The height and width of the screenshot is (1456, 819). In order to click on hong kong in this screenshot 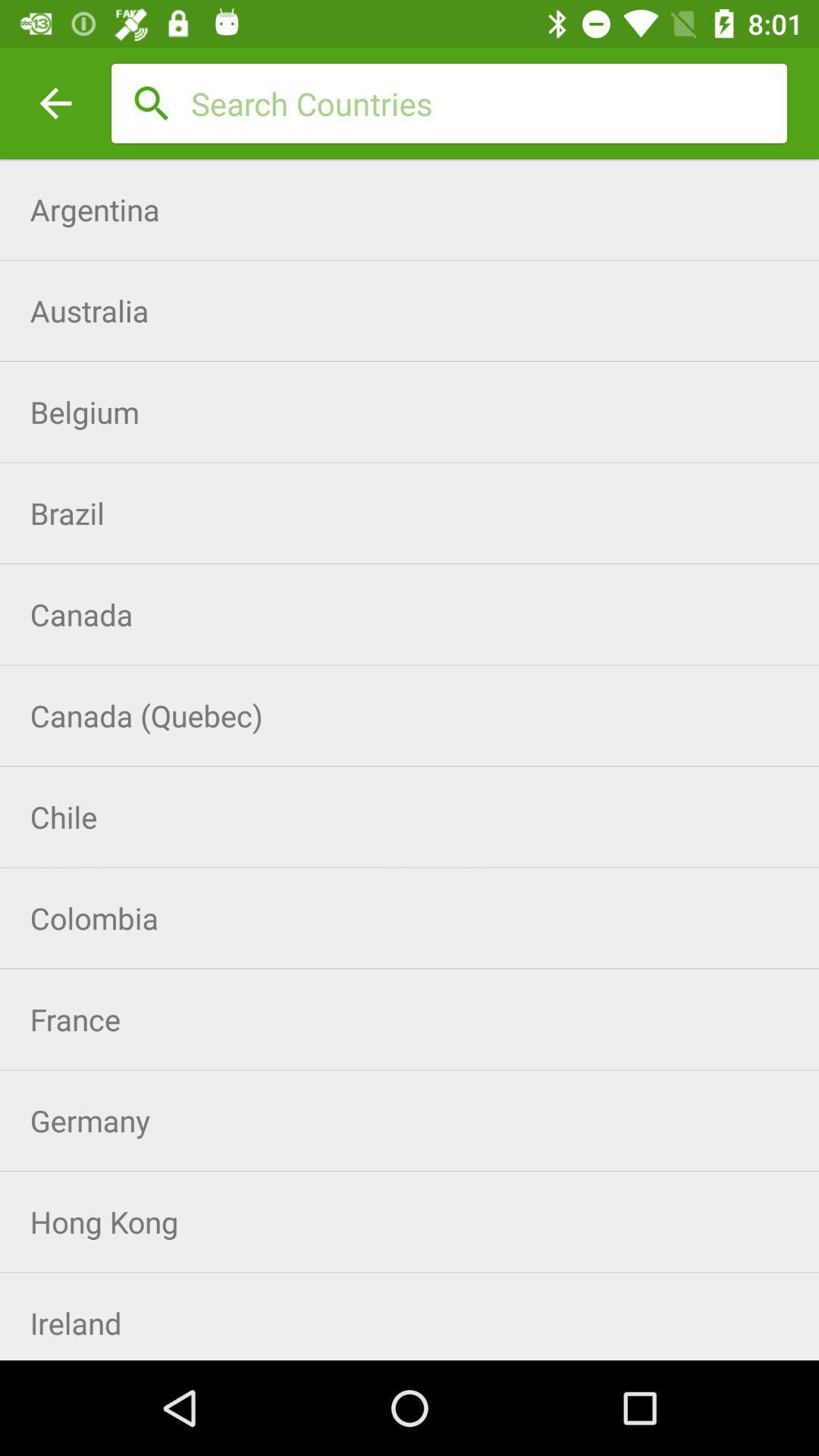, I will do `click(409, 1222)`.